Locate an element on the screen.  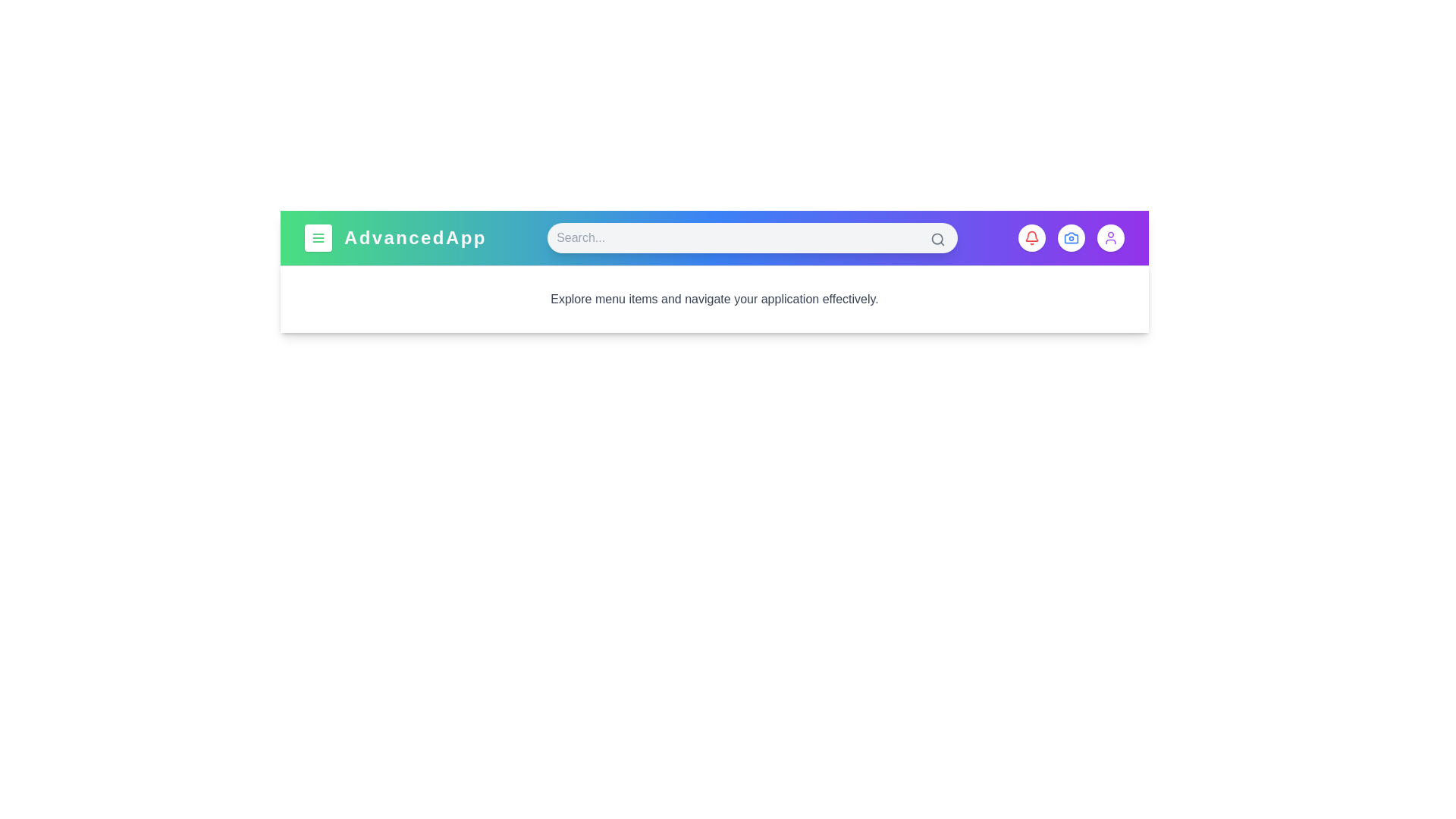
the search icon to activate the search functionality is located at coordinates (937, 239).